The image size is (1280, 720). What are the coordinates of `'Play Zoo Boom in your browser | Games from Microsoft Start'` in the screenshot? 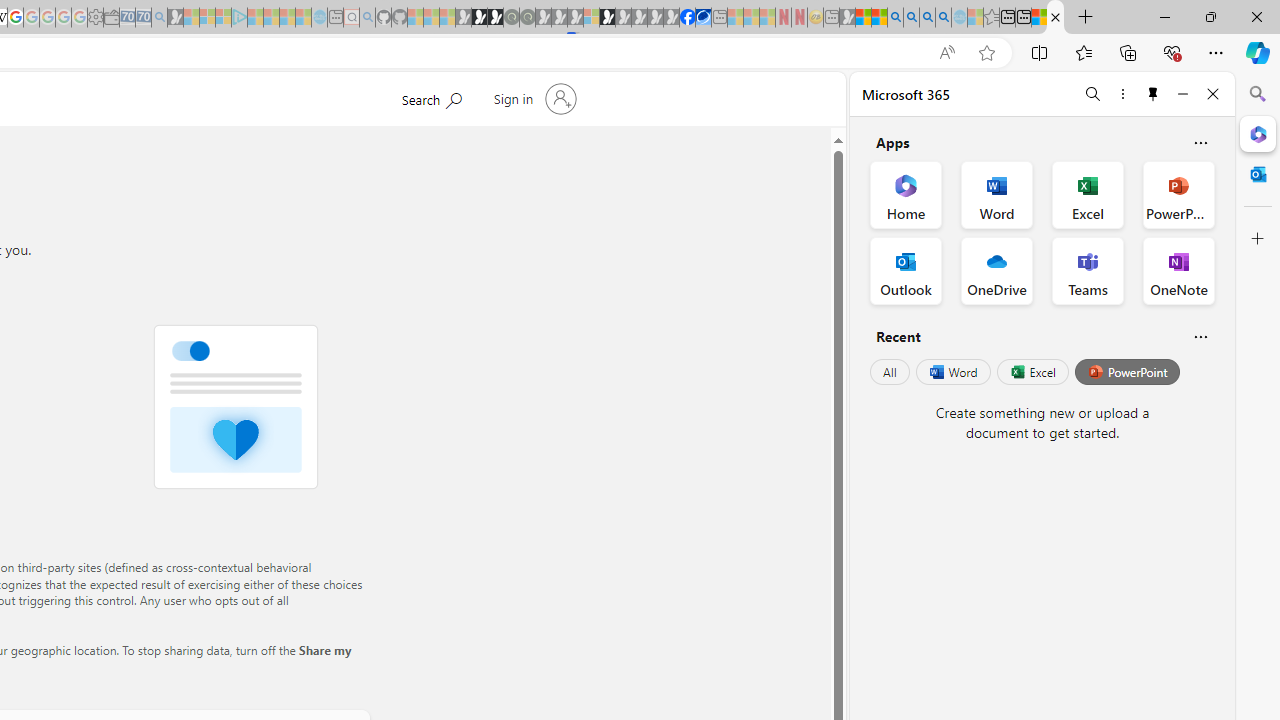 It's located at (480, 17).